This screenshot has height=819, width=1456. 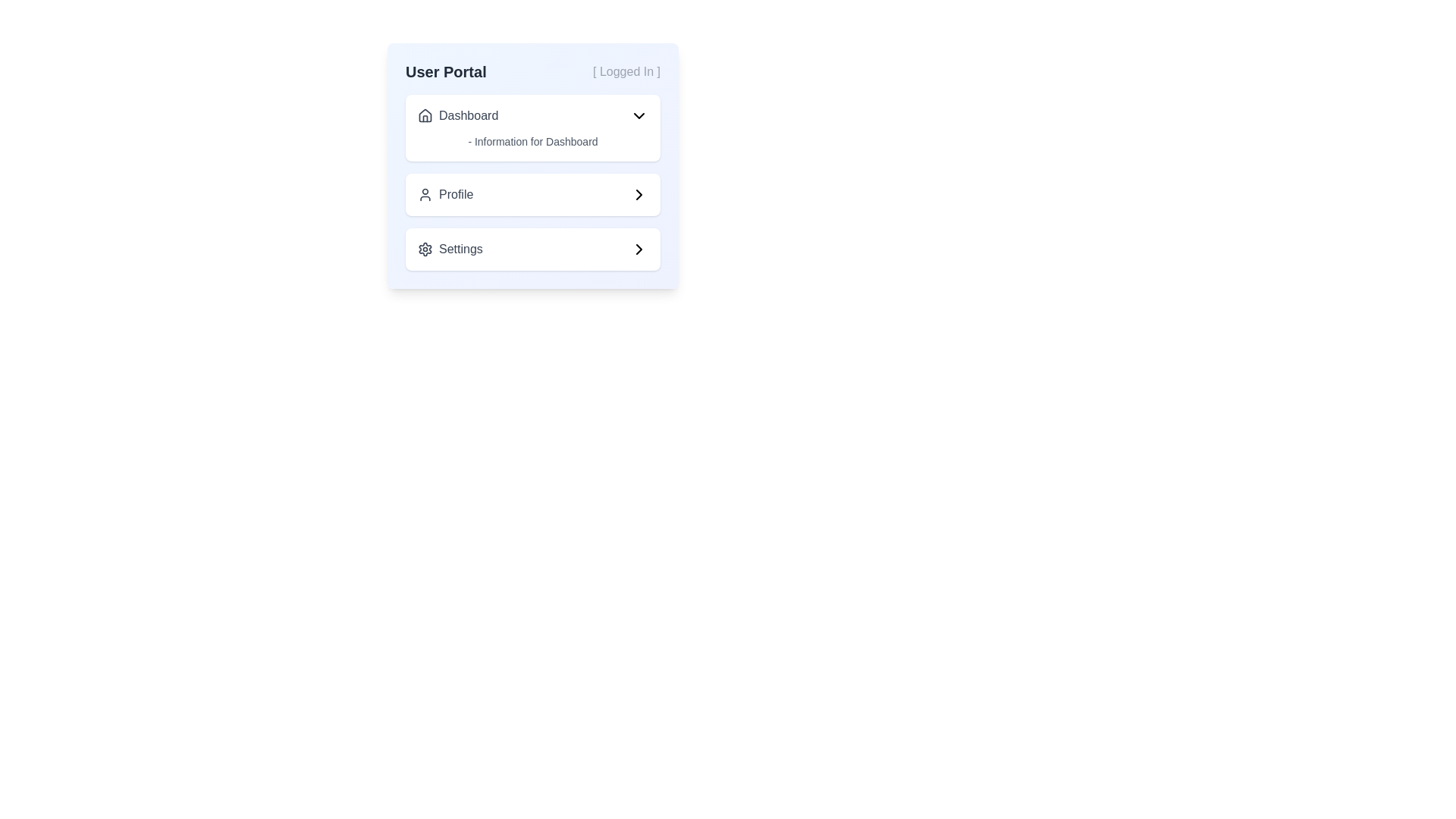 What do you see at coordinates (457, 115) in the screenshot?
I see `the 'Dashboard' navigation link located at the top of the vertically stacked menu` at bounding box center [457, 115].